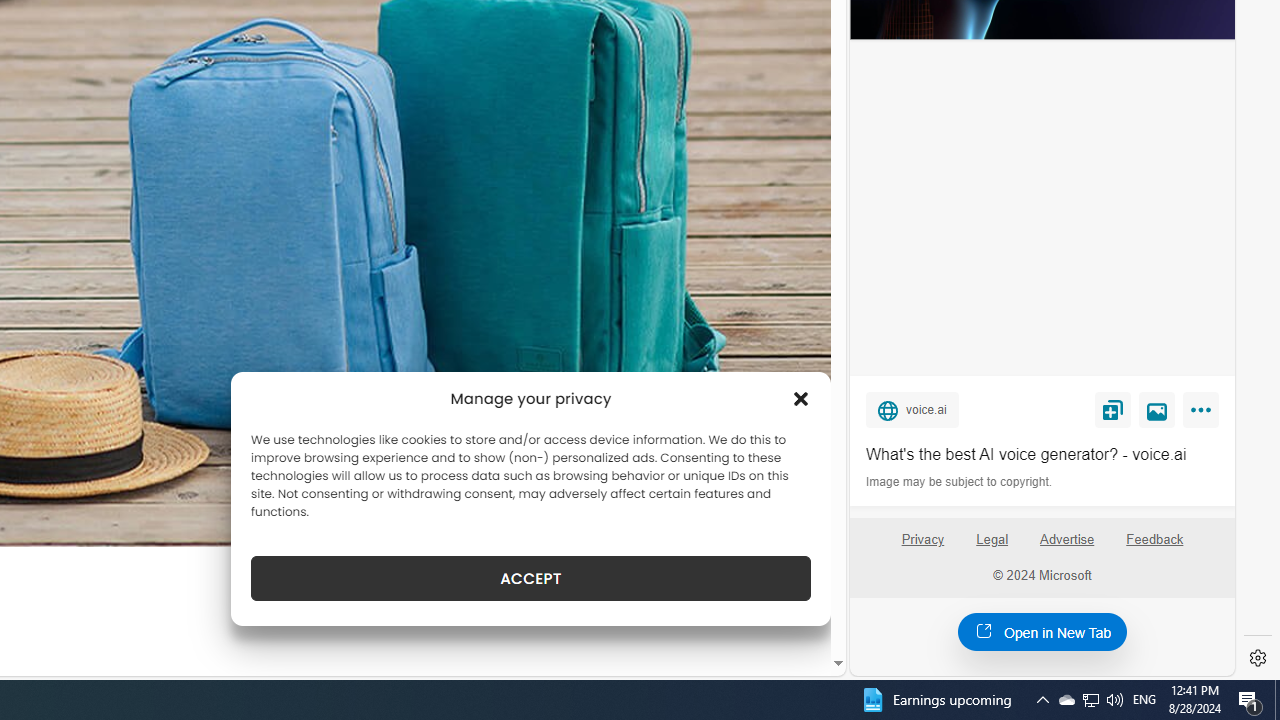 Image resolution: width=1280 pixels, height=720 pixels. Describe the element at coordinates (1111, 408) in the screenshot. I see `'Save'` at that location.